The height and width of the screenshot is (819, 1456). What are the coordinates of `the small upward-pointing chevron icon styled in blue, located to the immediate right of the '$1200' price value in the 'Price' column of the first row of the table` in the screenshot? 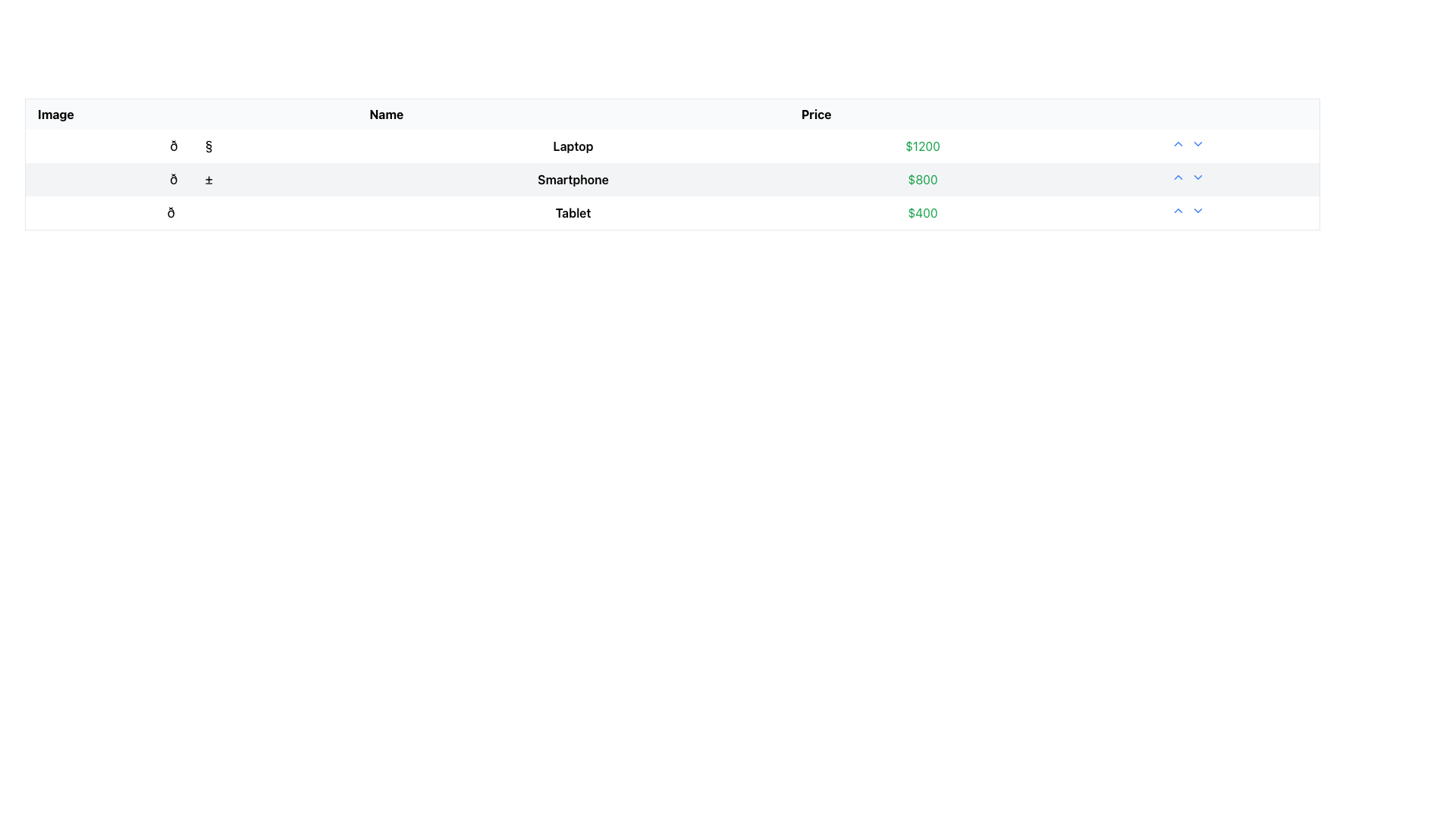 It's located at (1177, 143).